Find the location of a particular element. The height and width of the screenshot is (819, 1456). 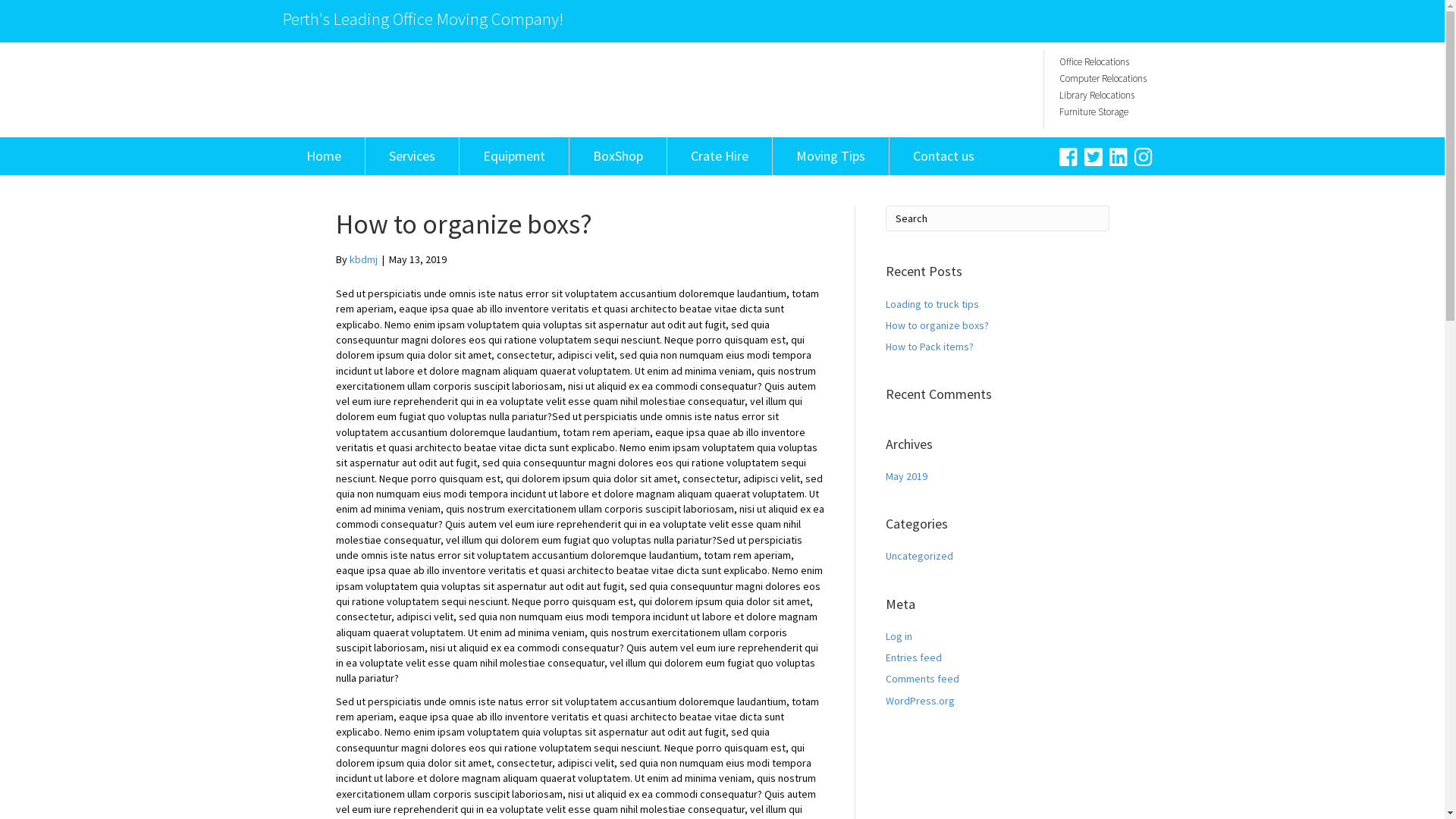

'Moving Tips' is located at coordinates (829, 155).